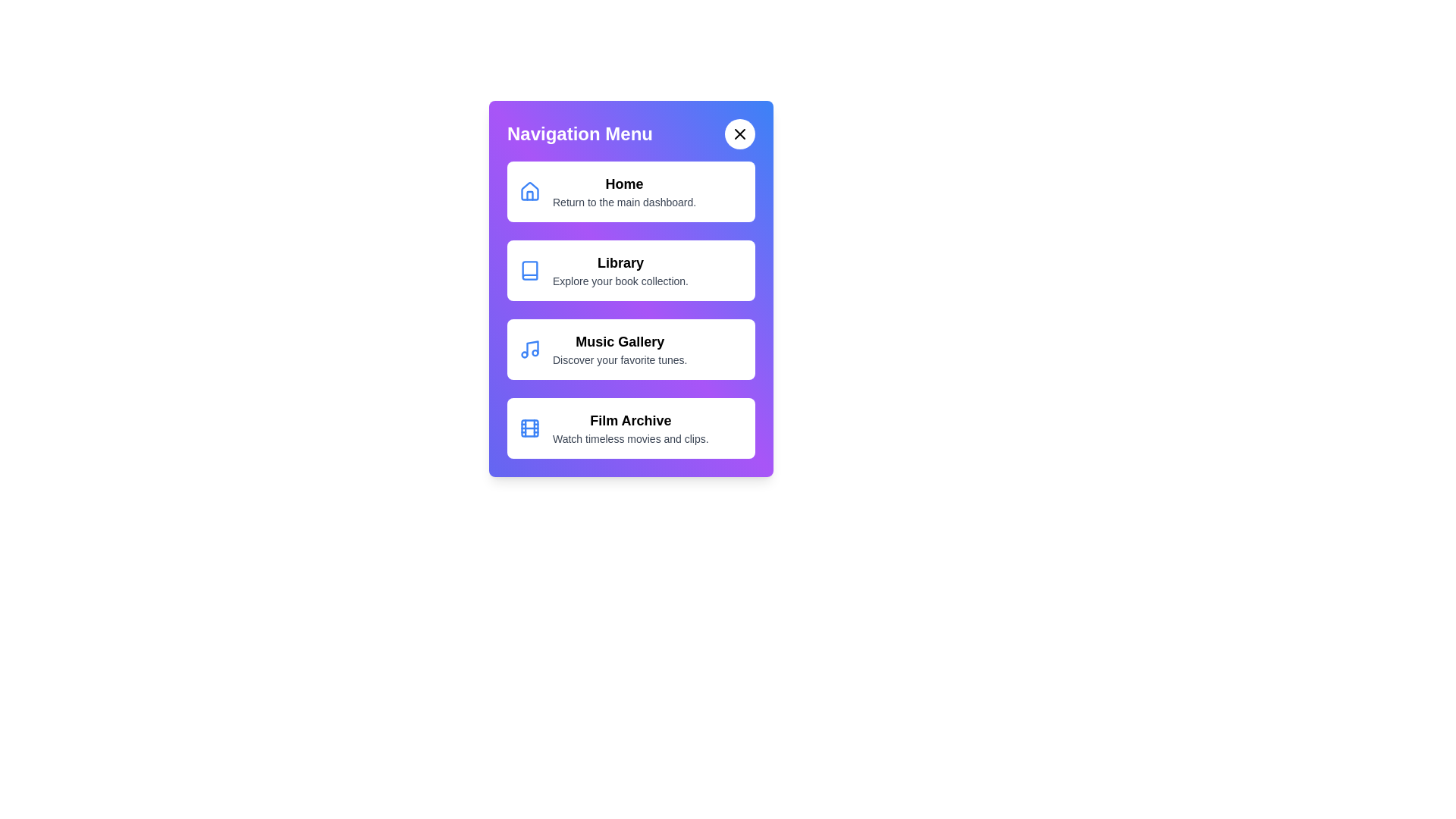 The width and height of the screenshot is (1456, 819). I want to click on the navigation menu item Film Archive, so click(631, 428).